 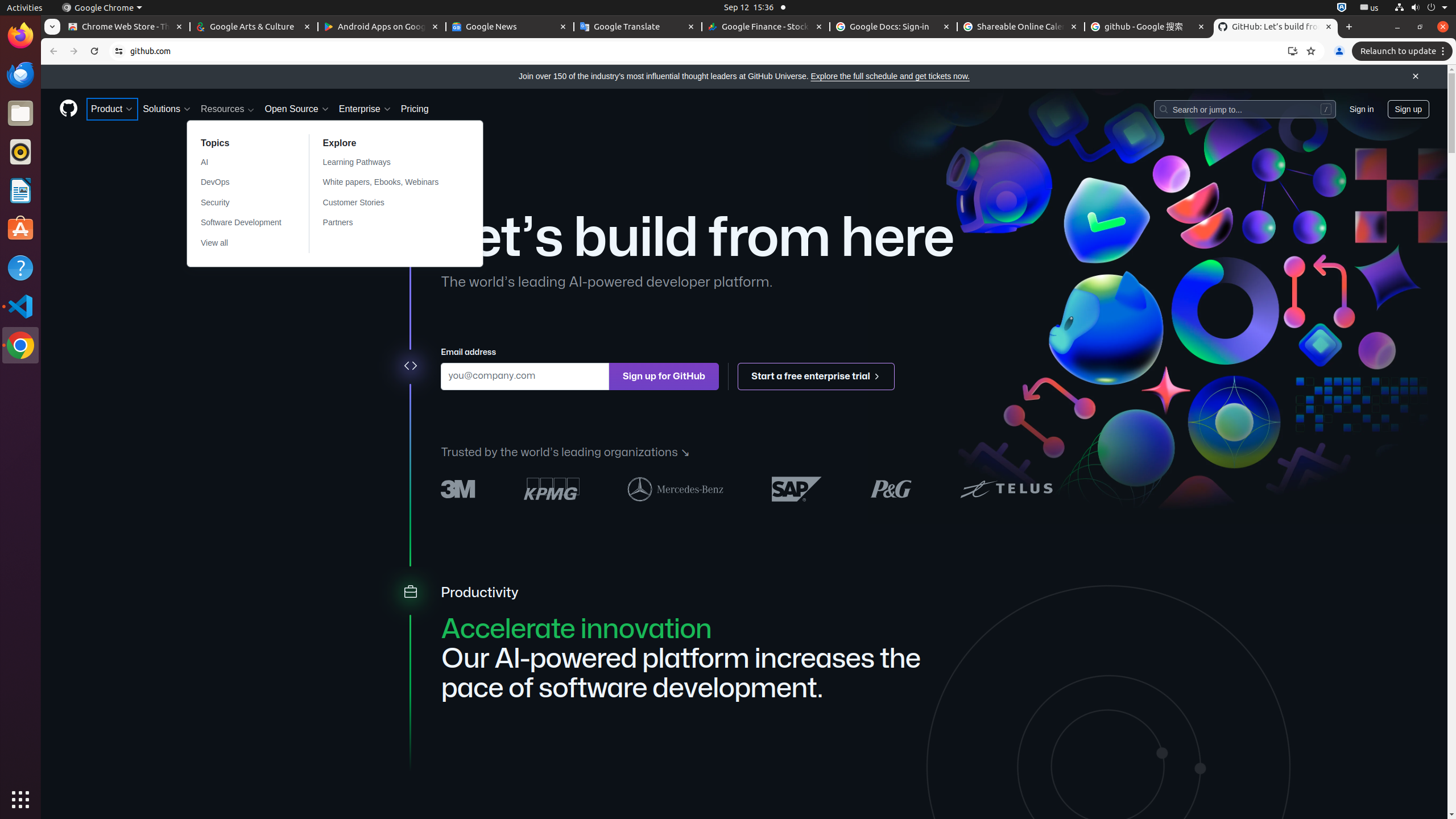 I want to click on 'Firefox Web Browser', so click(x=20, y=35).